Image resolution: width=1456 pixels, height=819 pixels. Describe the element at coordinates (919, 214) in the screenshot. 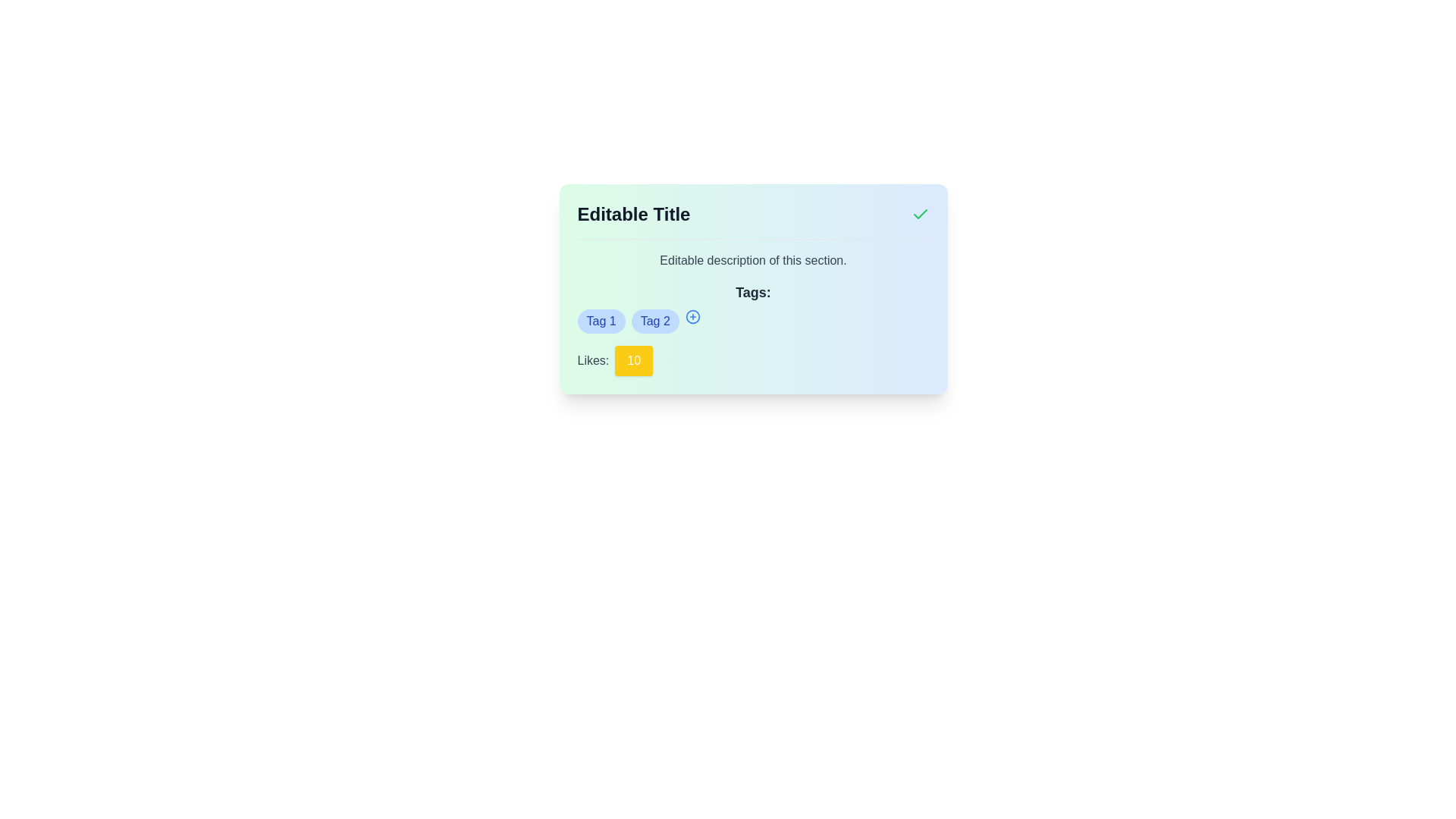

I see `the checkmark icon located at the top-right corner inside the card layout beside the 'Editable Title' text for interaction` at that location.